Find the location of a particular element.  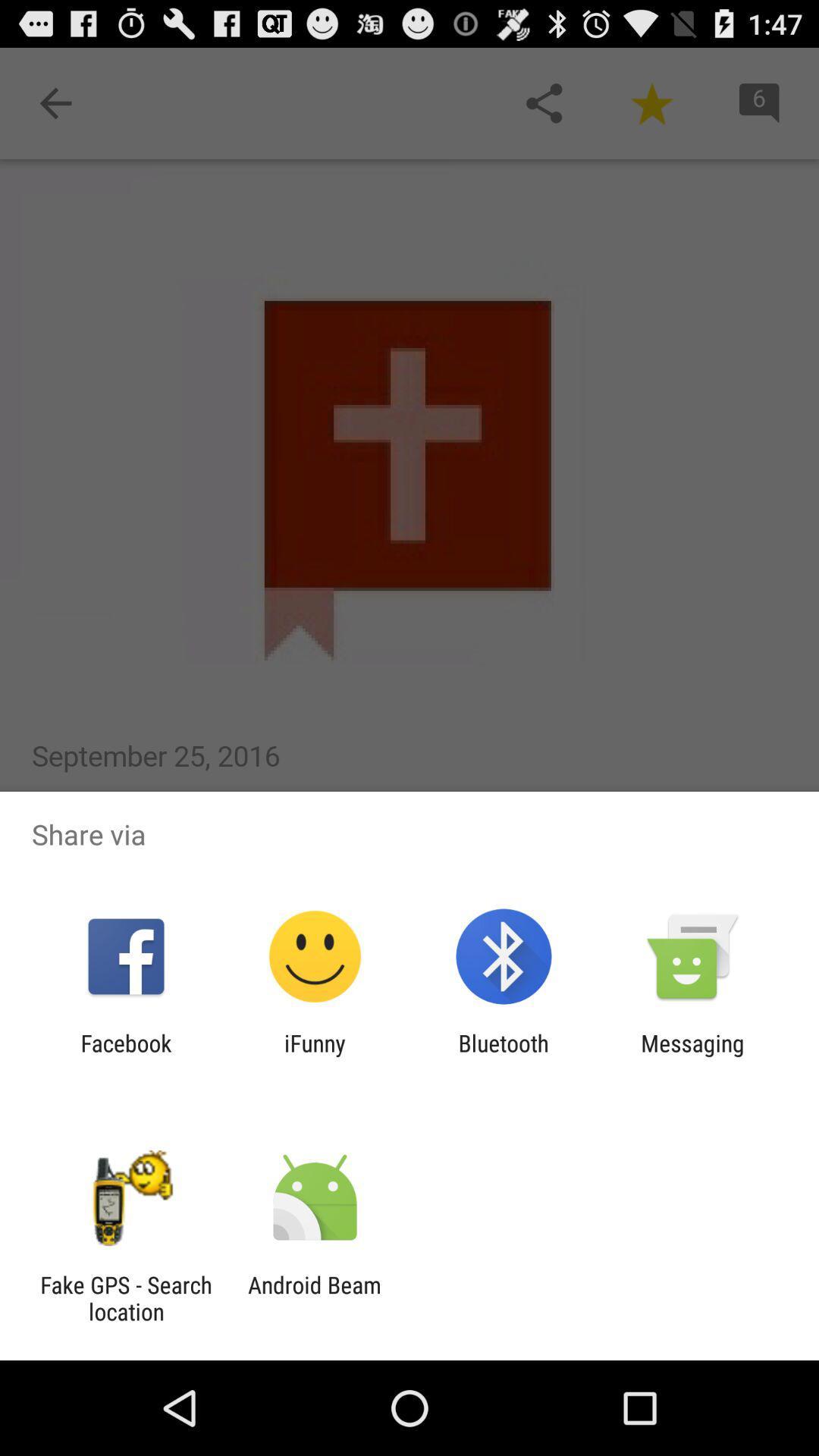

the bluetooth icon is located at coordinates (504, 1056).